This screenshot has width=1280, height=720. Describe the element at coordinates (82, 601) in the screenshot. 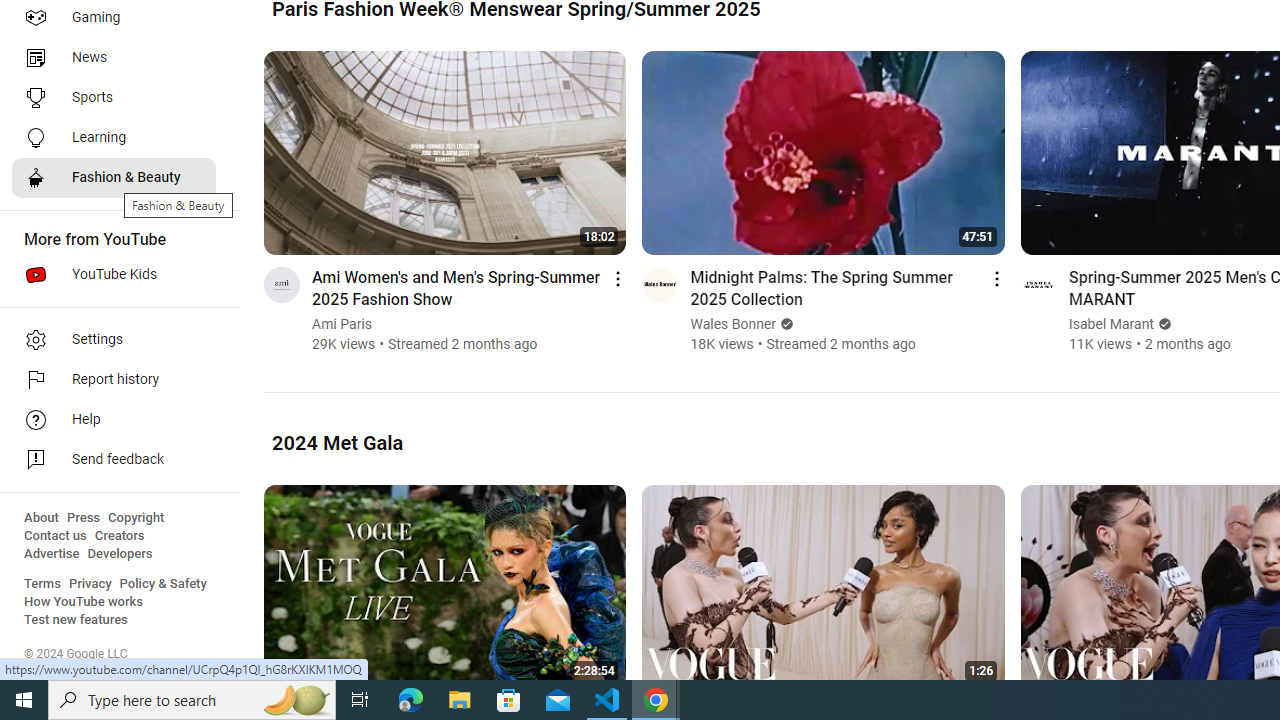

I see `'How YouTube works'` at that location.